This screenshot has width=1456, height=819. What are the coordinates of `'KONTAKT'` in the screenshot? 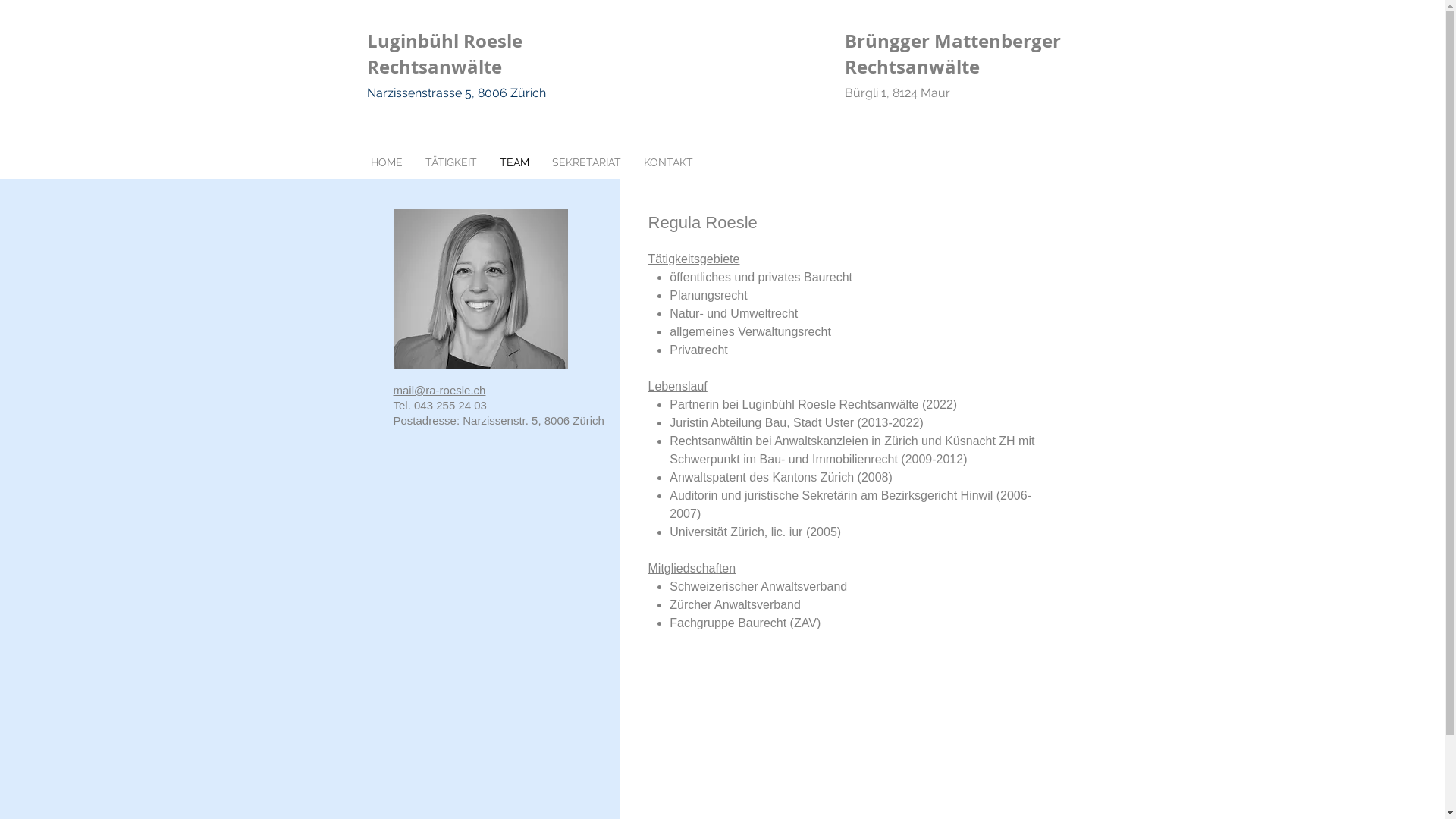 It's located at (667, 162).